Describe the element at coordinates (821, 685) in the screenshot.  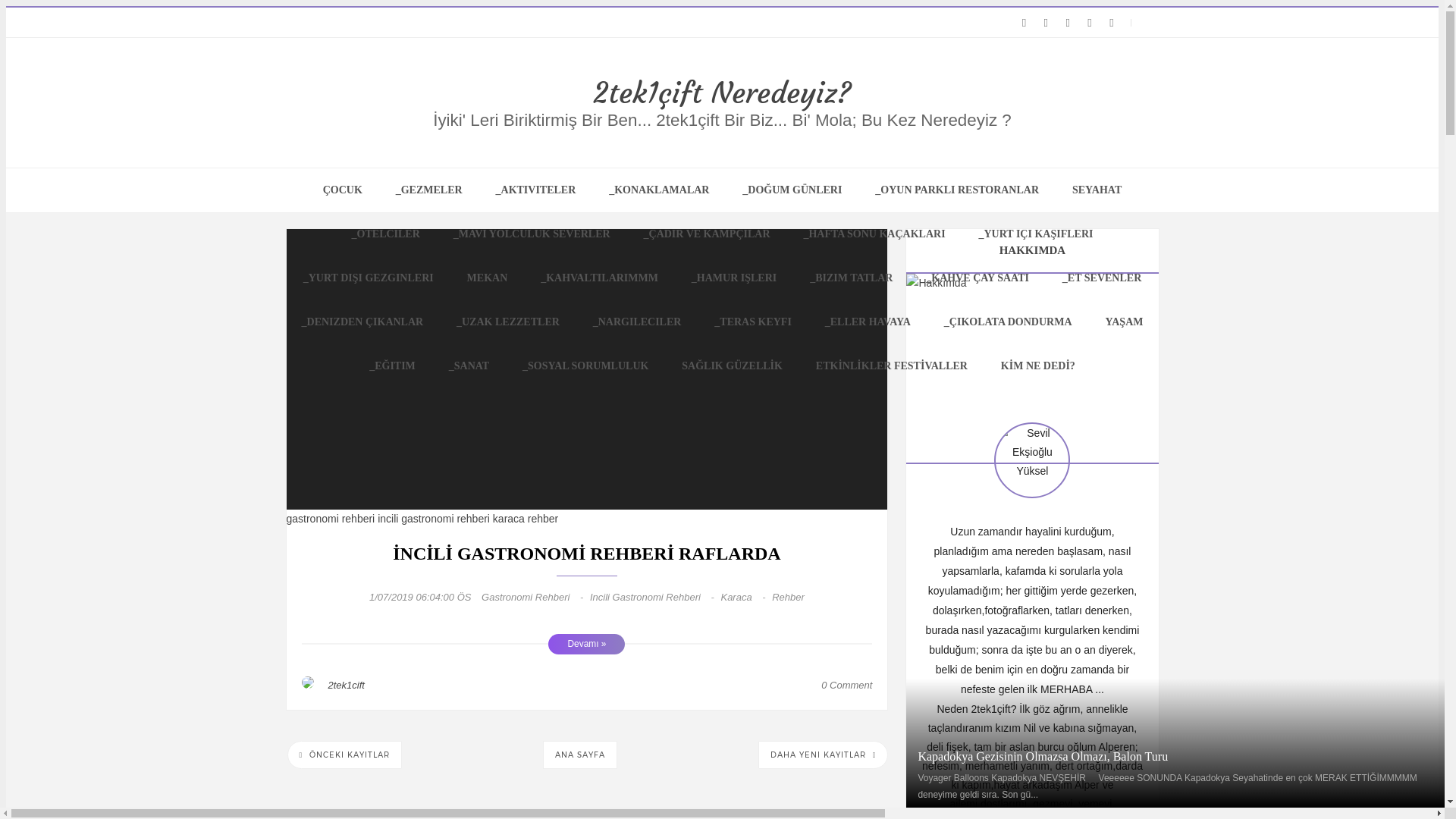
I see `'0 Comment'` at that location.